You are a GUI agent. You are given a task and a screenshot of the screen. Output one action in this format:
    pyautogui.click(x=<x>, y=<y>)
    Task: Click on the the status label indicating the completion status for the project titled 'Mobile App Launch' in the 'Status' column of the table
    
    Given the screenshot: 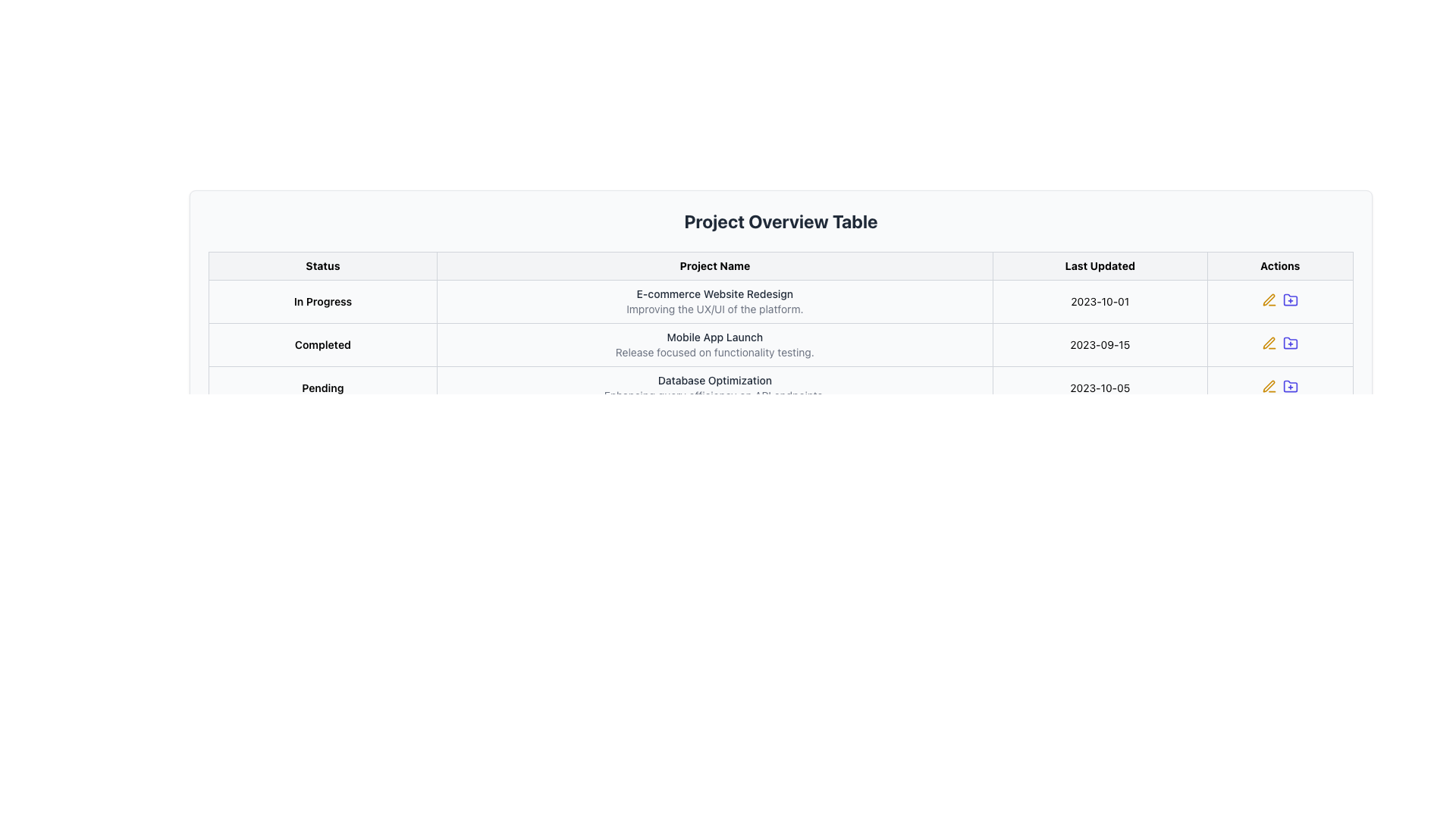 What is the action you would take?
    pyautogui.click(x=322, y=345)
    